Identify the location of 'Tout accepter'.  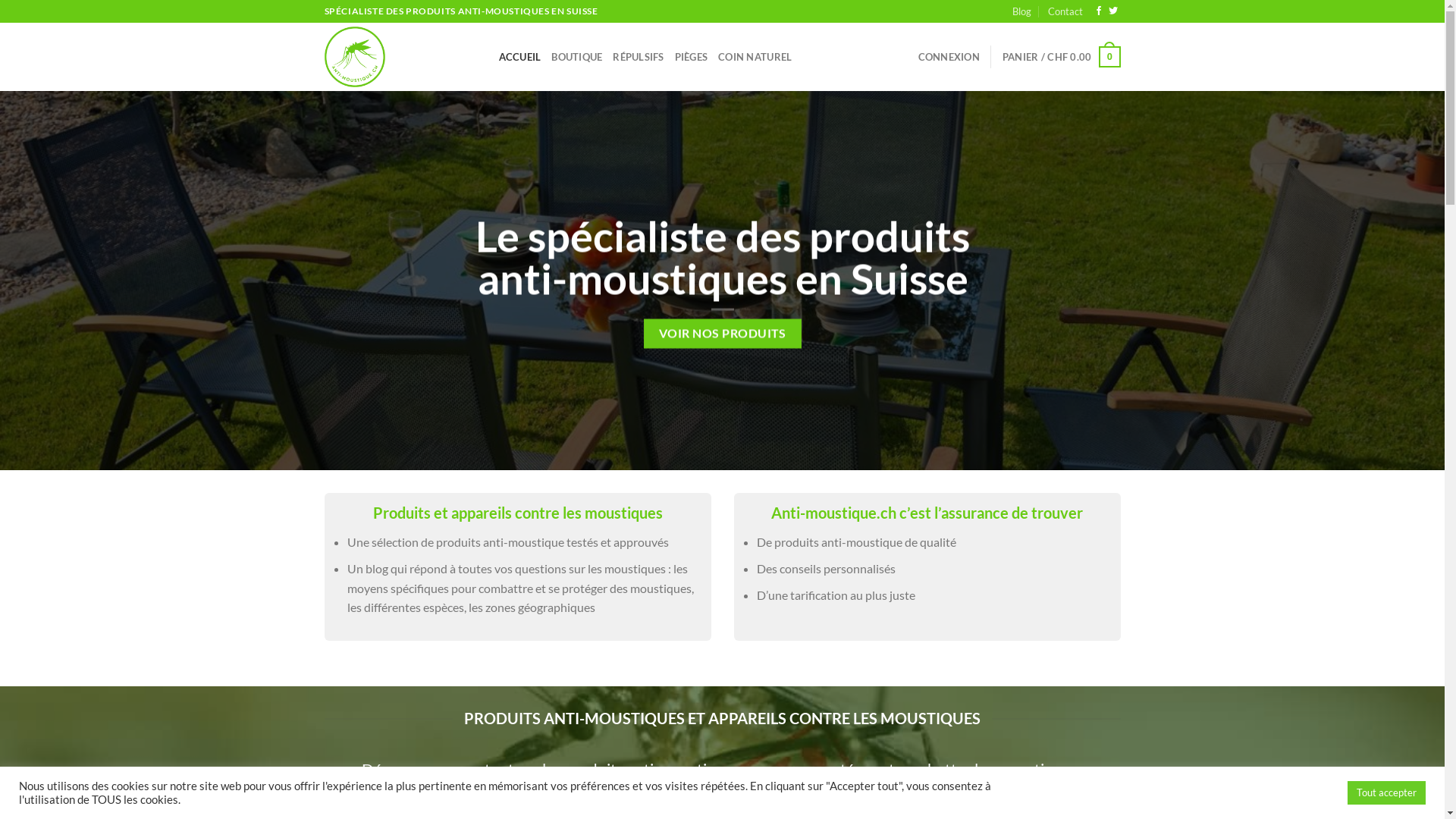
(1386, 792).